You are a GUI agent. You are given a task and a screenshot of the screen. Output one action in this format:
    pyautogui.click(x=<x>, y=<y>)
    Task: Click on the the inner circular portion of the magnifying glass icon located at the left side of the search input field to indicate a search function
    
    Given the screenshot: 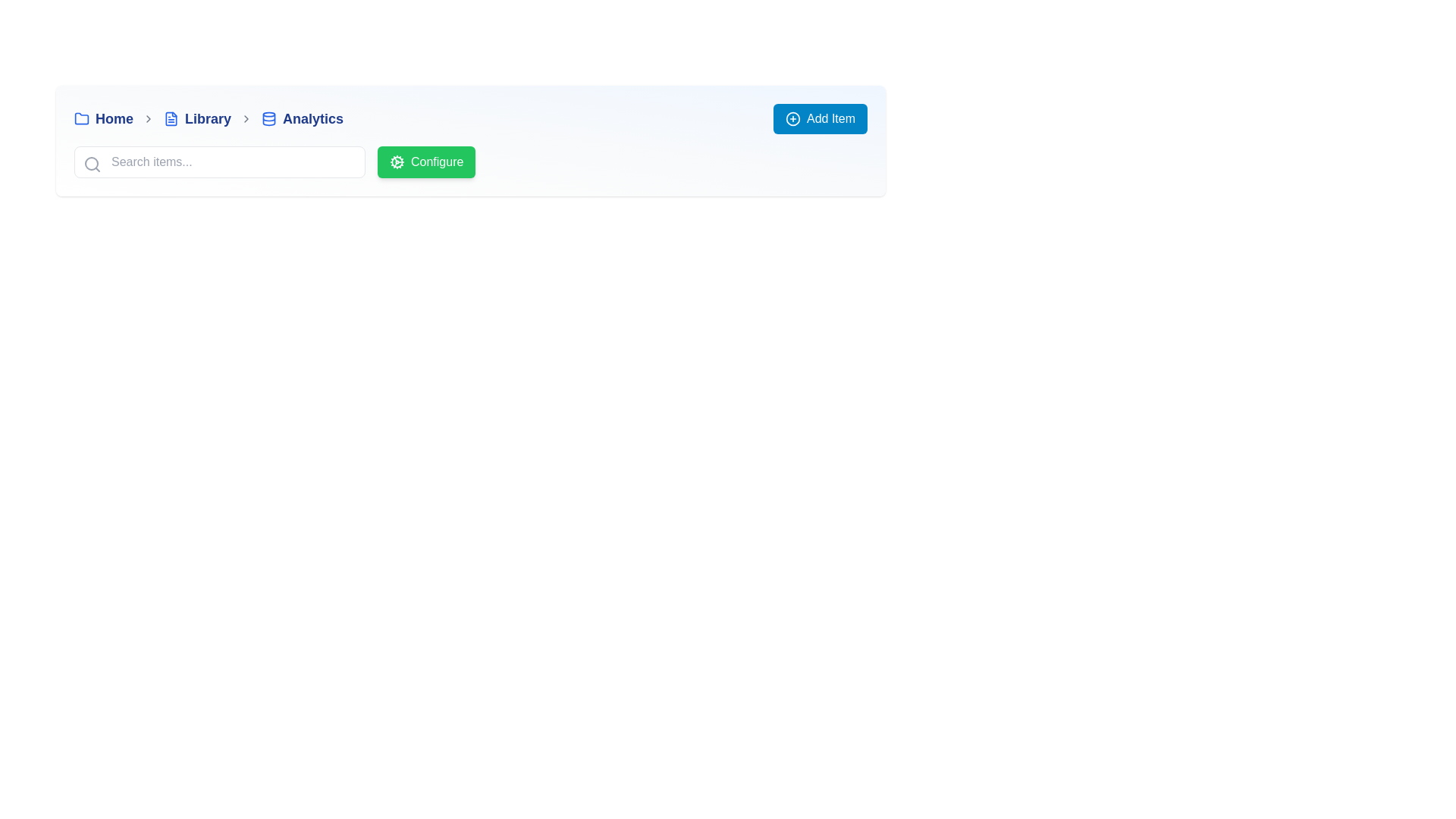 What is the action you would take?
    pyautogui.click(x=90, y=164)
    